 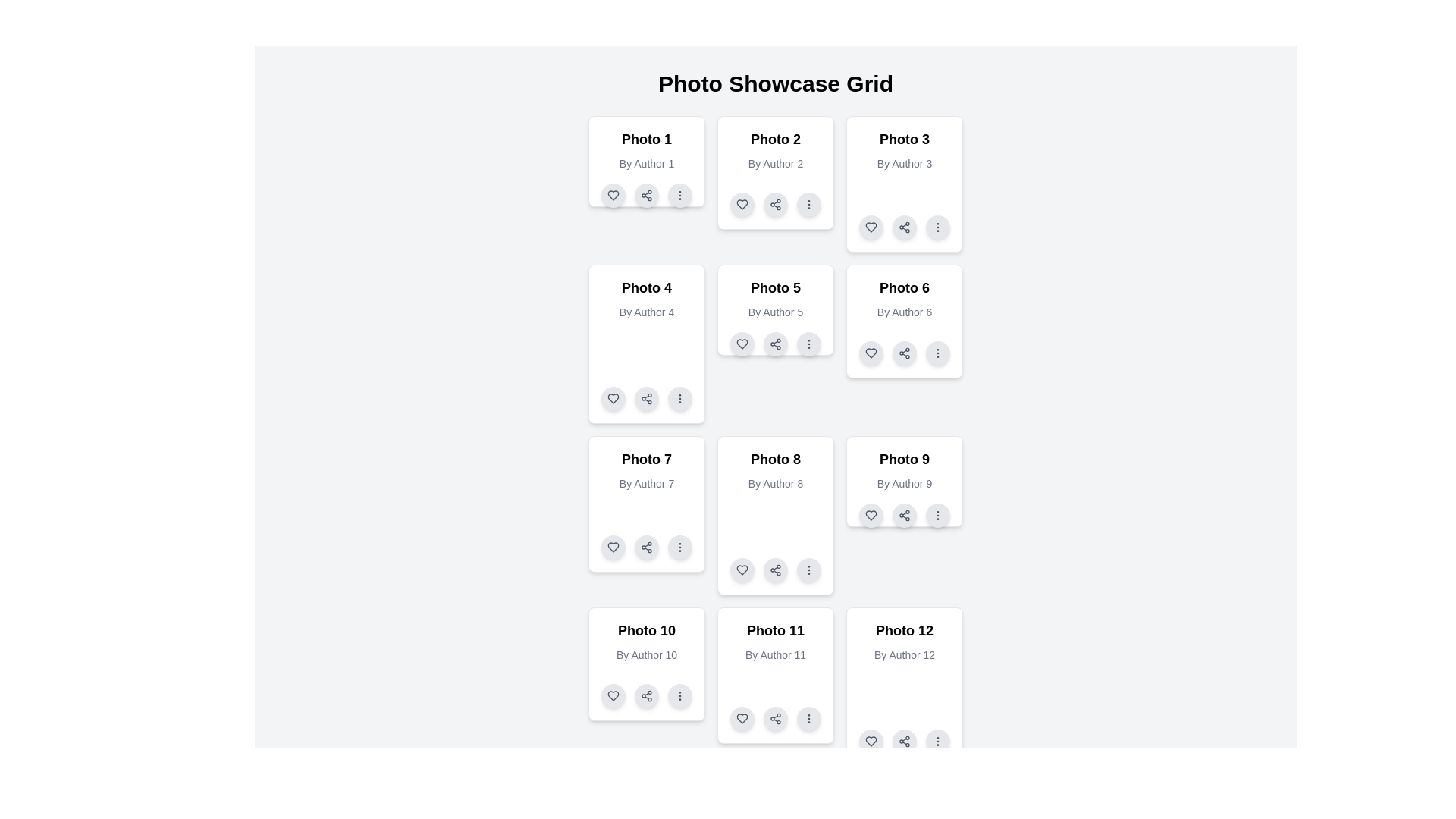 What do you see at coordinates (775, 312) in the screenshot?
I see `the text label displaying 'By Author 5', which is styled with a gray font color and located beneath the heading 'Photo 5' in the card structure` at bounding box center [775, 312].